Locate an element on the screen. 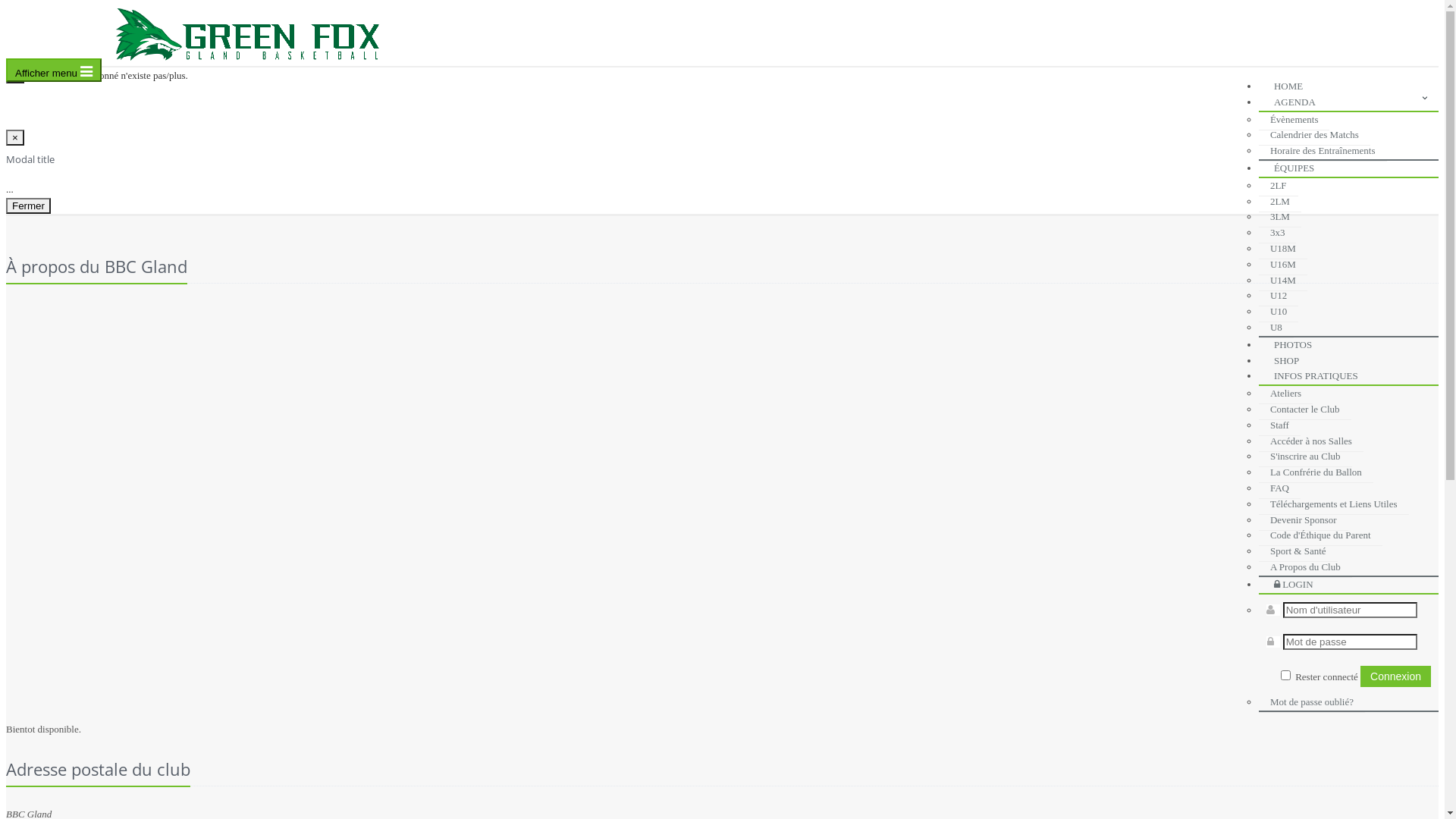 This screenshot has height=819, width=1456. 'Ateliers' is located at coordinates (1285, 393).